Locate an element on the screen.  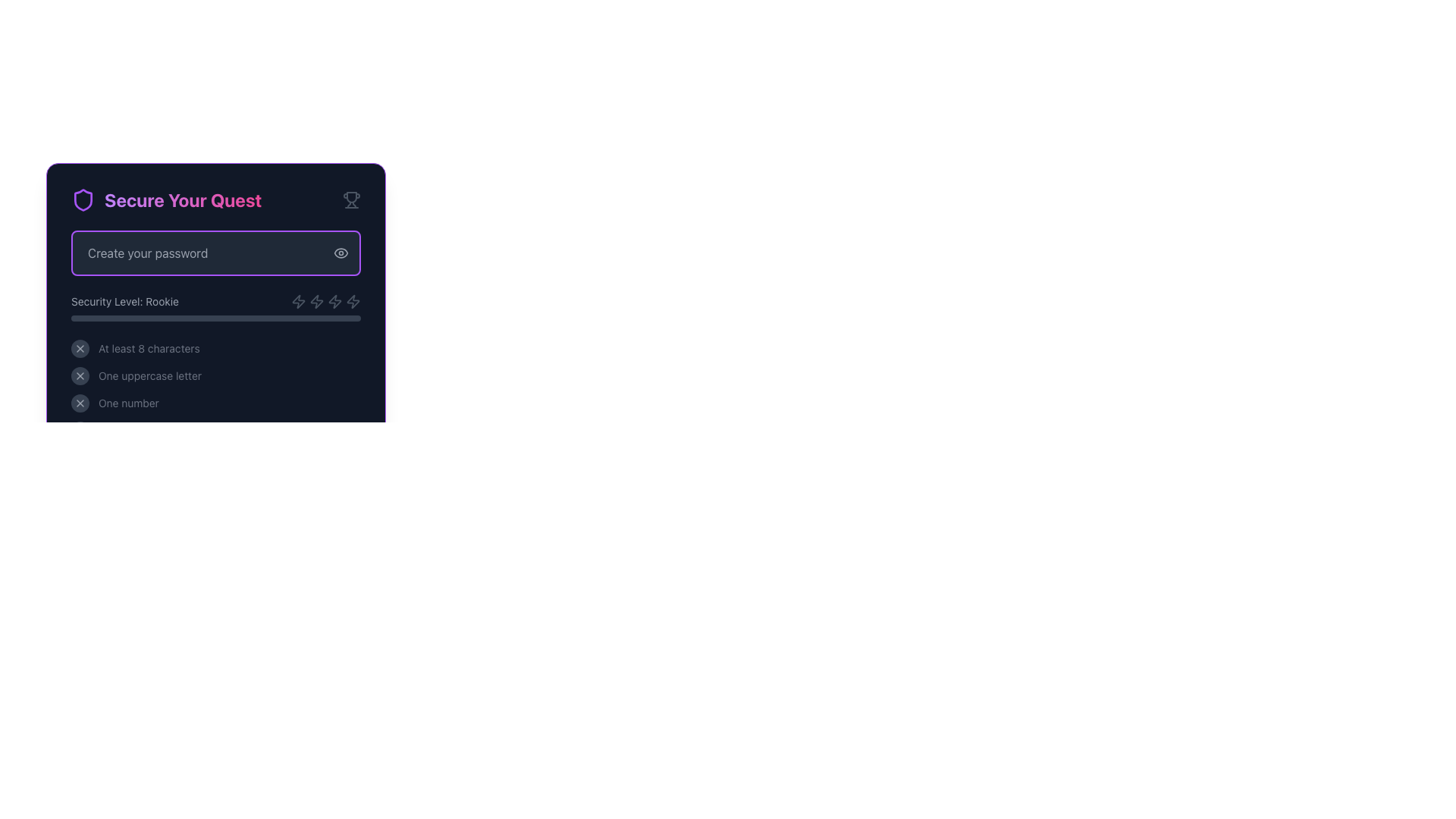
the password input field with the placeholder 'Create your password' is located at coordinates (215, 253).